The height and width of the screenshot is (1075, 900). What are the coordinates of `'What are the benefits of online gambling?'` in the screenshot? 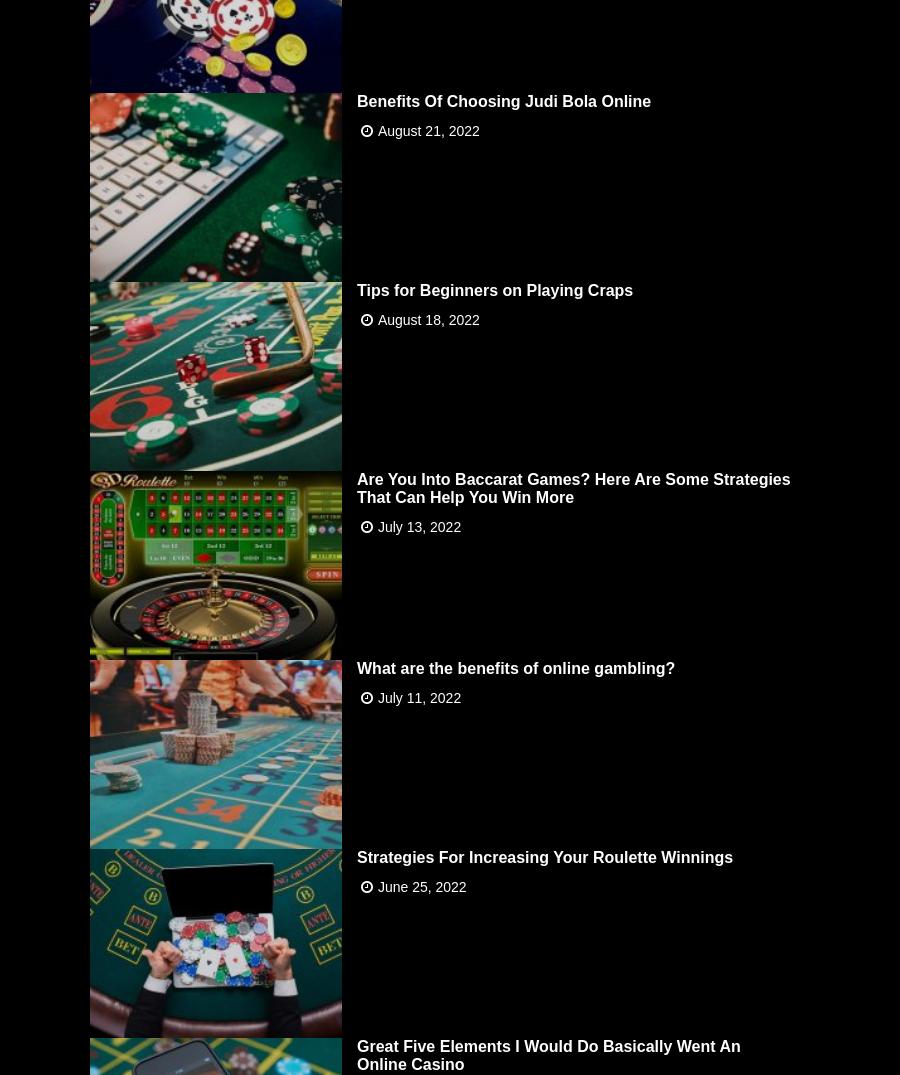 It's located at (357, 667).